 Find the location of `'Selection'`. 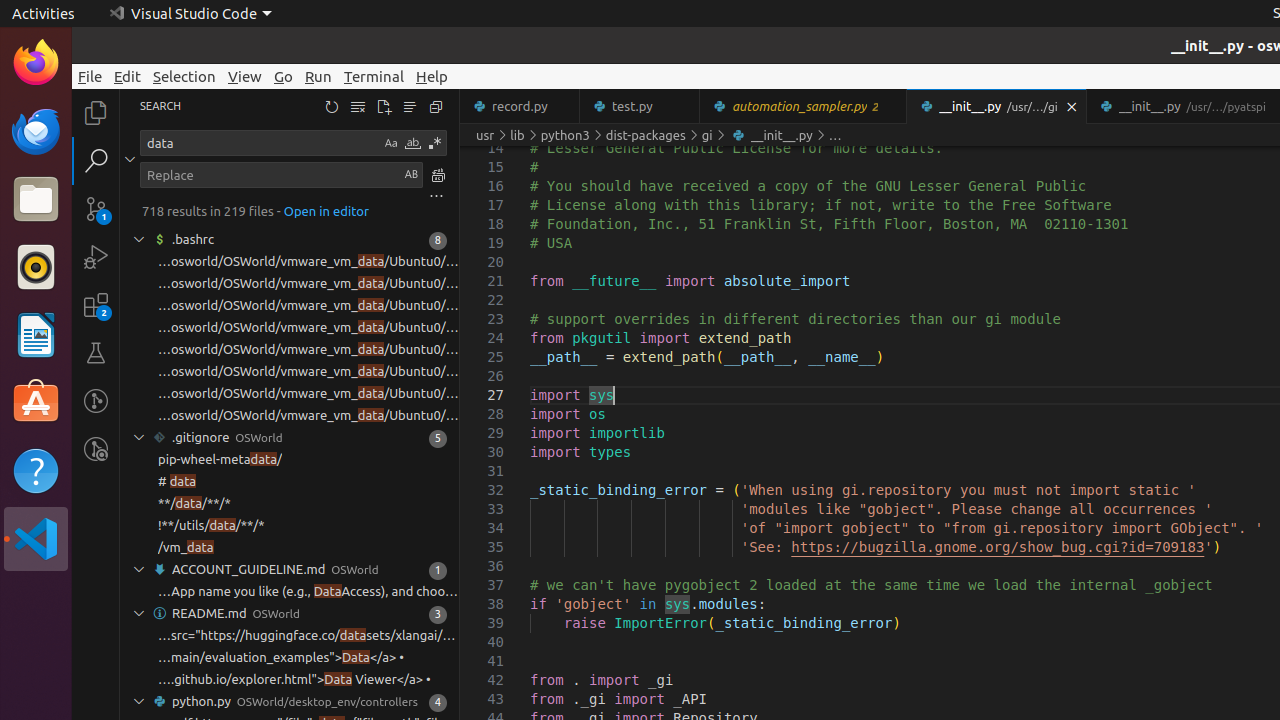

'Selection' is located at coordinates (184, 75).